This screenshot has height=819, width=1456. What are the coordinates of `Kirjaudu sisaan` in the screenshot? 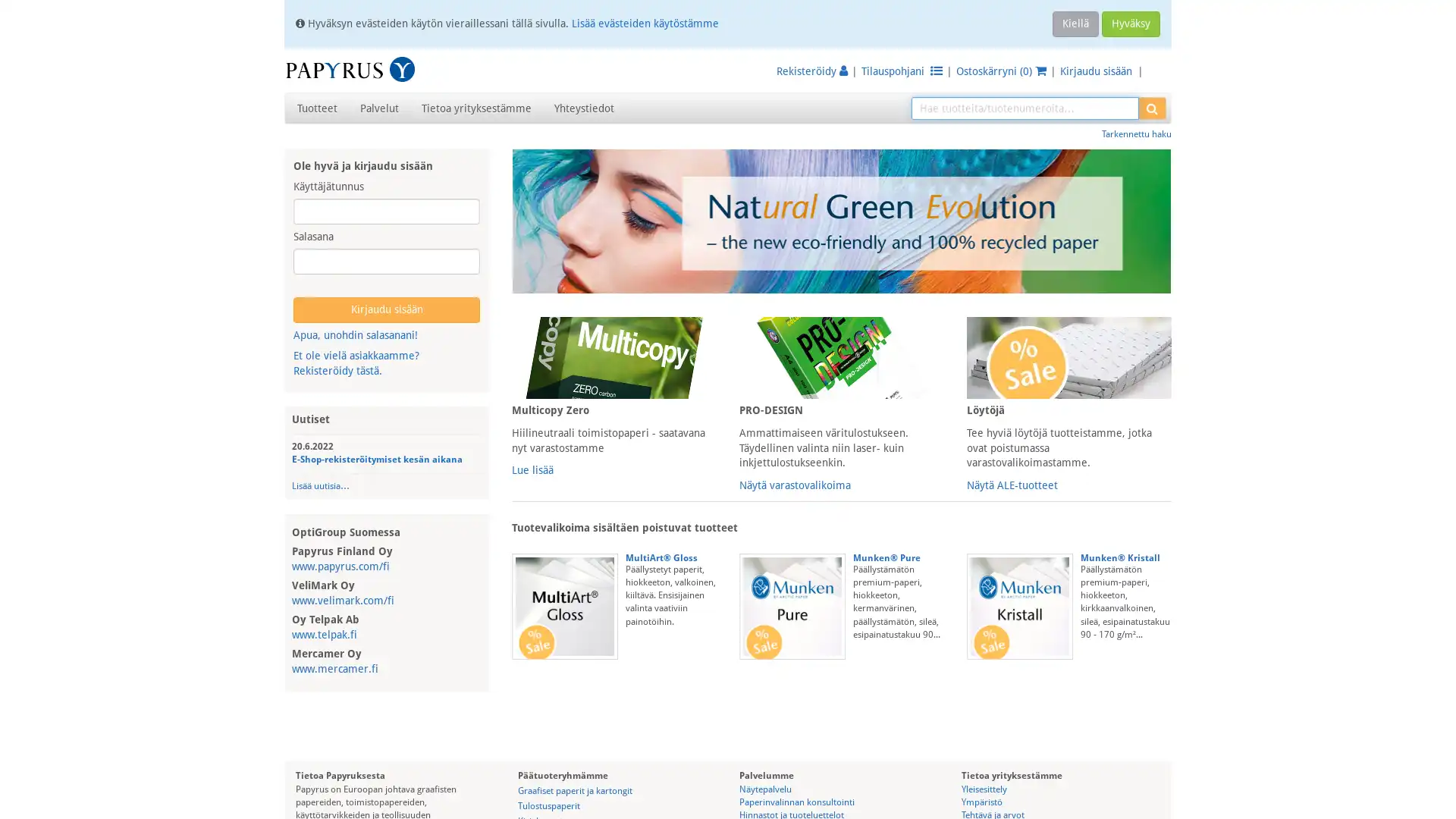 It's located at (386, 309).